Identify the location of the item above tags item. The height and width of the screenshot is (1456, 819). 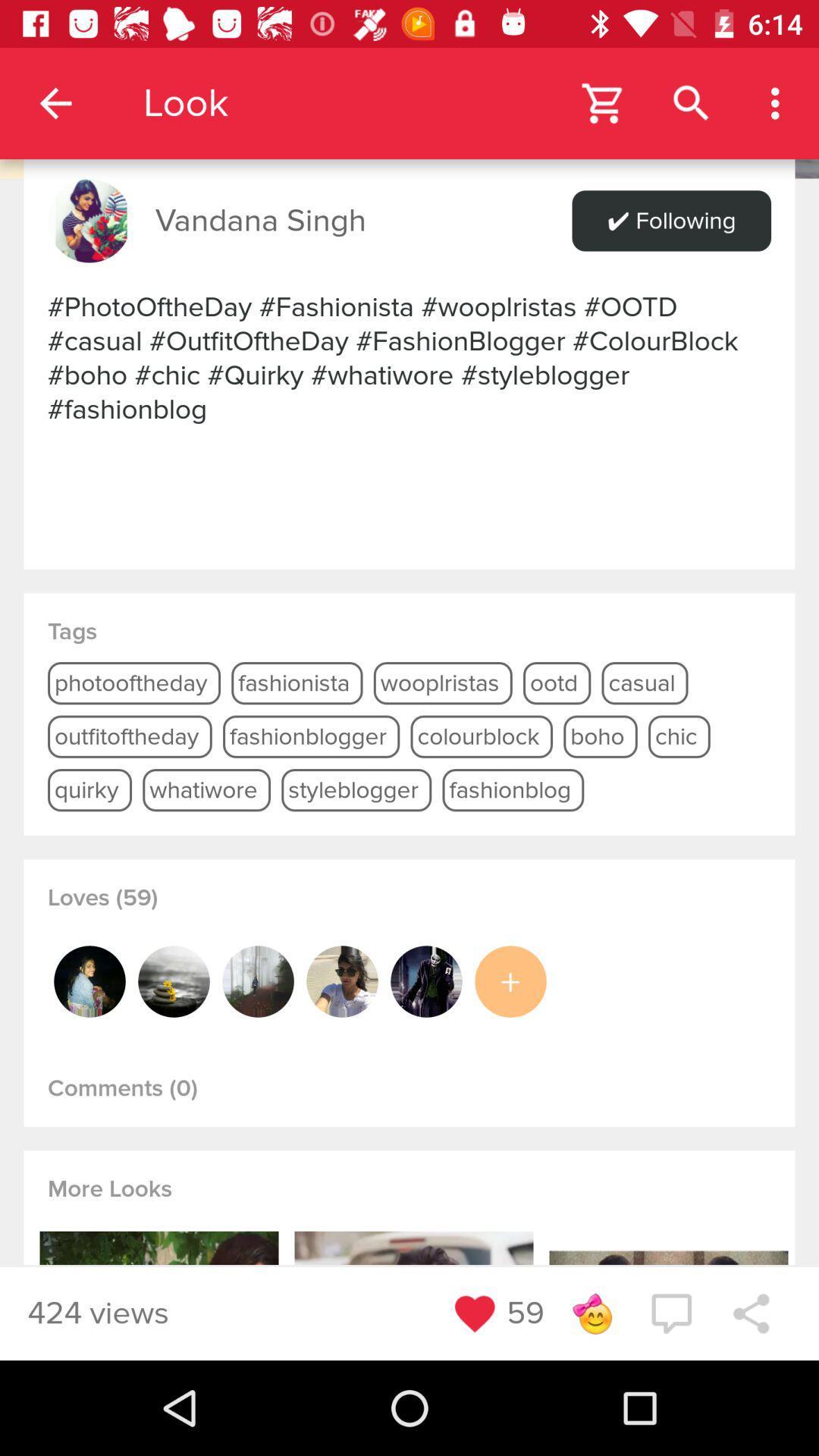
(409, 357).